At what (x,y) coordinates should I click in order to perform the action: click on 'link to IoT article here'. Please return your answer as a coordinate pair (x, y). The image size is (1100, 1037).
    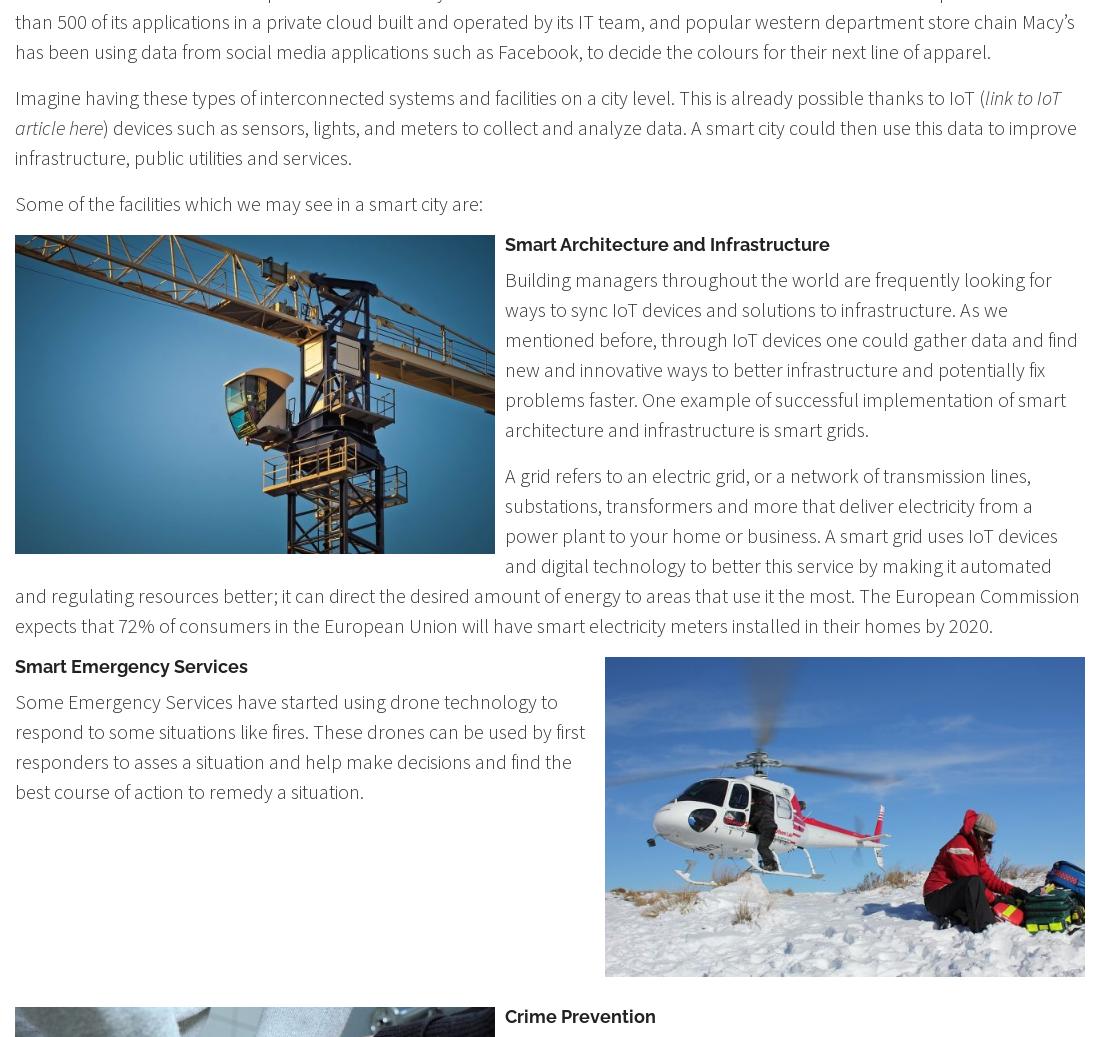
    Looking at the image, I should click on (13, 111).